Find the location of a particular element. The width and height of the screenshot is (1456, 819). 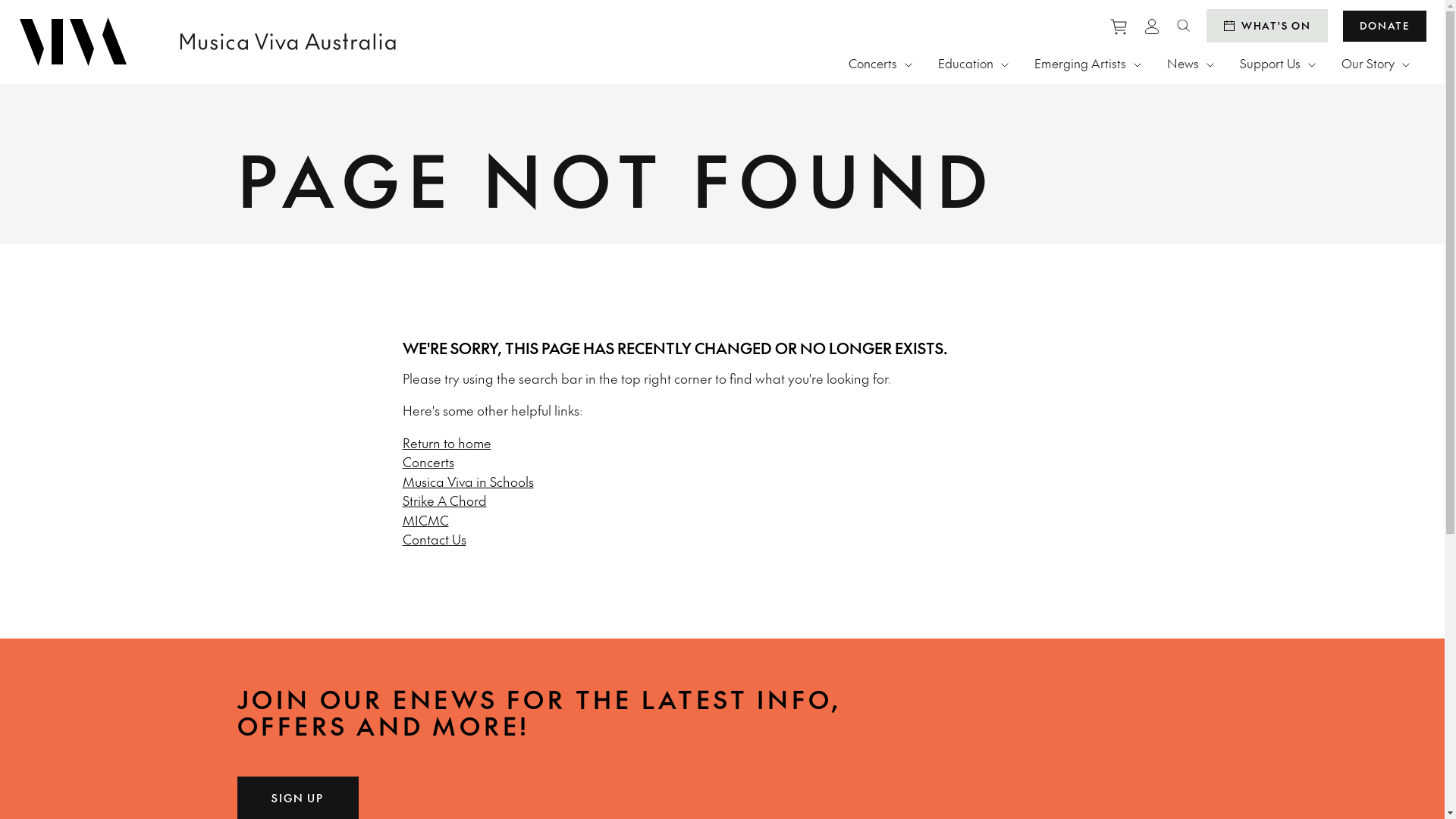

'DONATE' is located at coordinates (1384, 26).